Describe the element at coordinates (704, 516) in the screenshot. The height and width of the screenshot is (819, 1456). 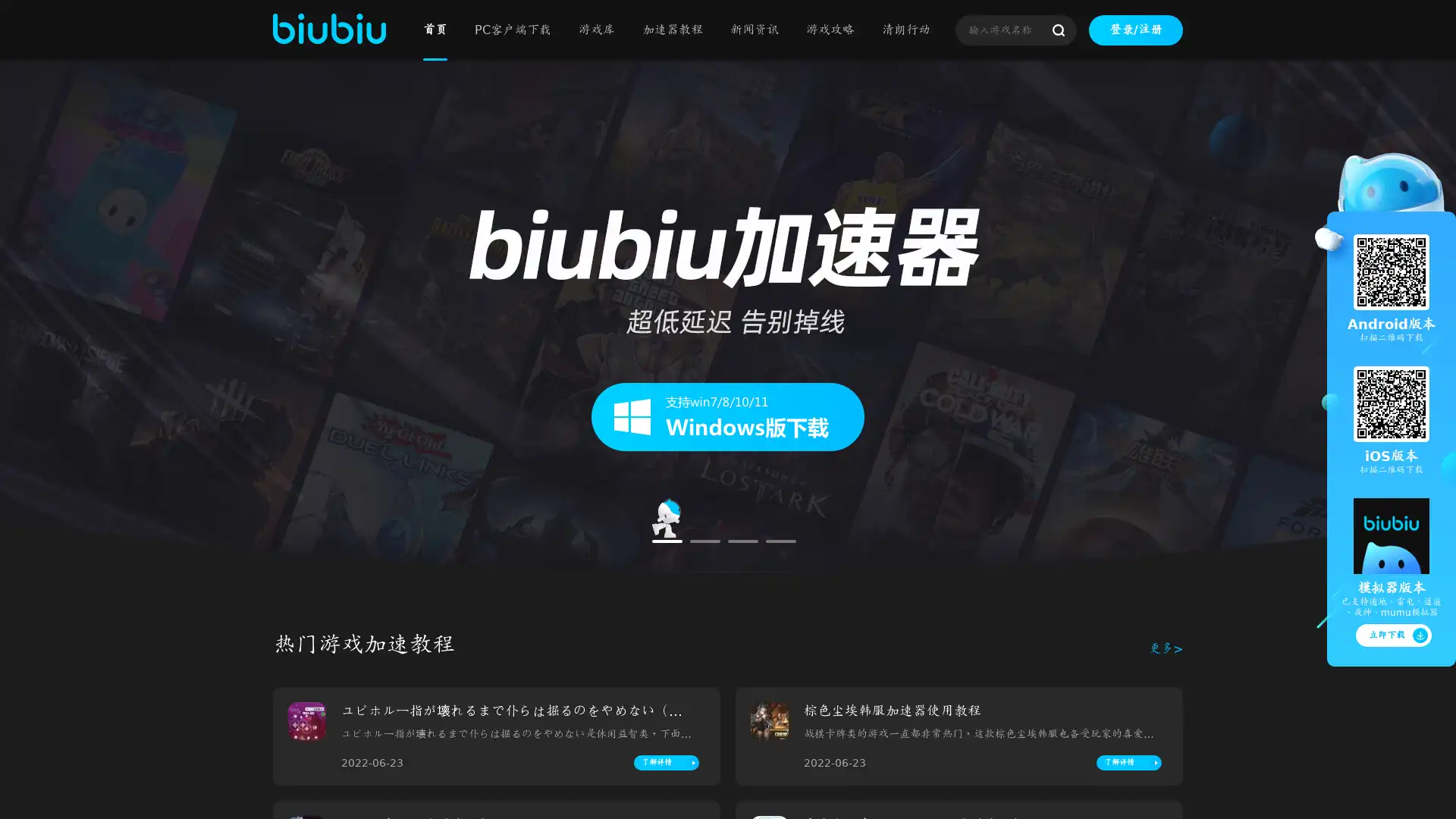
I see `Go to slide 2` at that location.